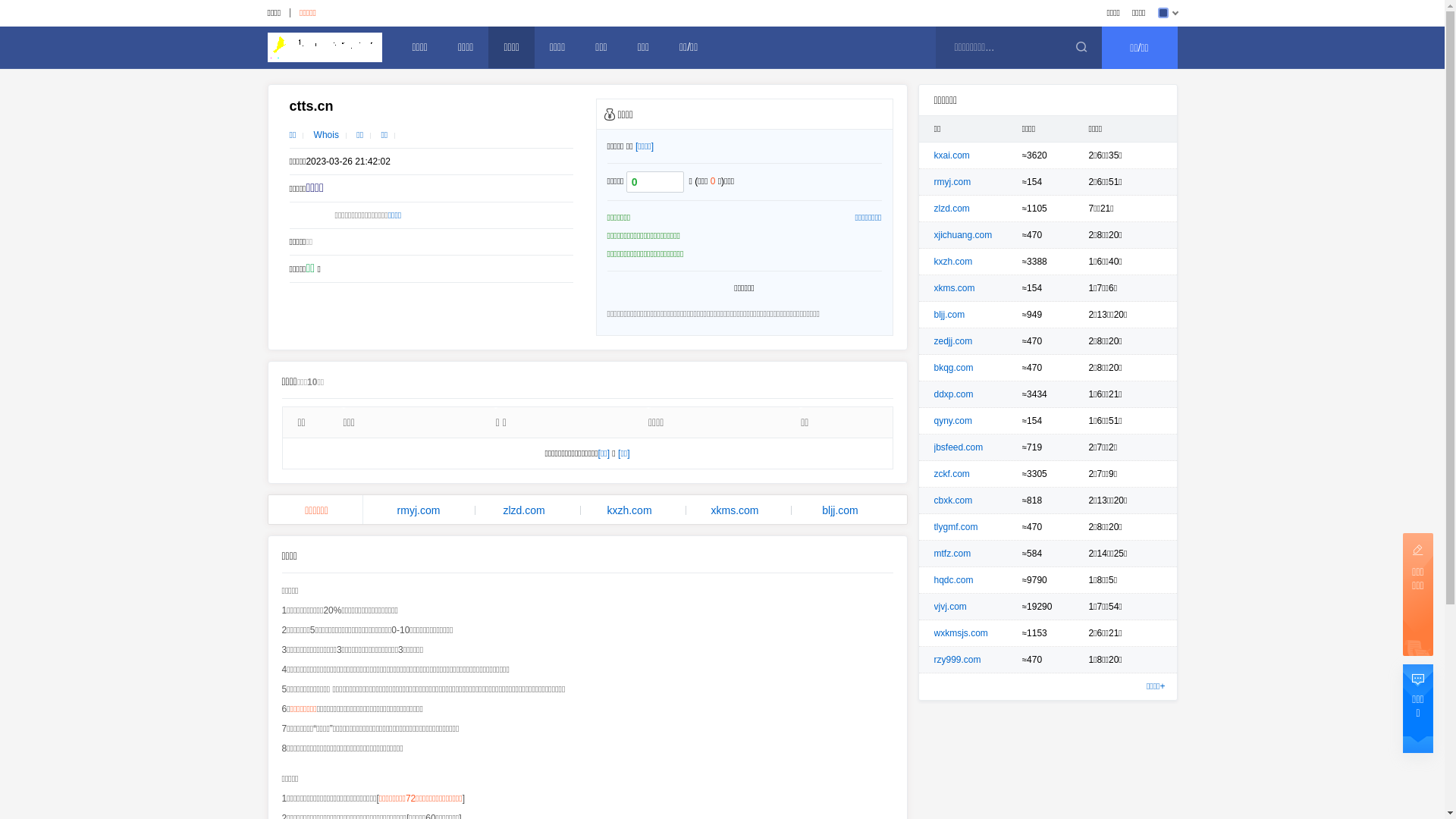 This screenshot has width=1456, height=819. What do you see at coordinates (934, 500) in the screenshot?
I see `'cbxk.com'` at bounding box center [934, 500].